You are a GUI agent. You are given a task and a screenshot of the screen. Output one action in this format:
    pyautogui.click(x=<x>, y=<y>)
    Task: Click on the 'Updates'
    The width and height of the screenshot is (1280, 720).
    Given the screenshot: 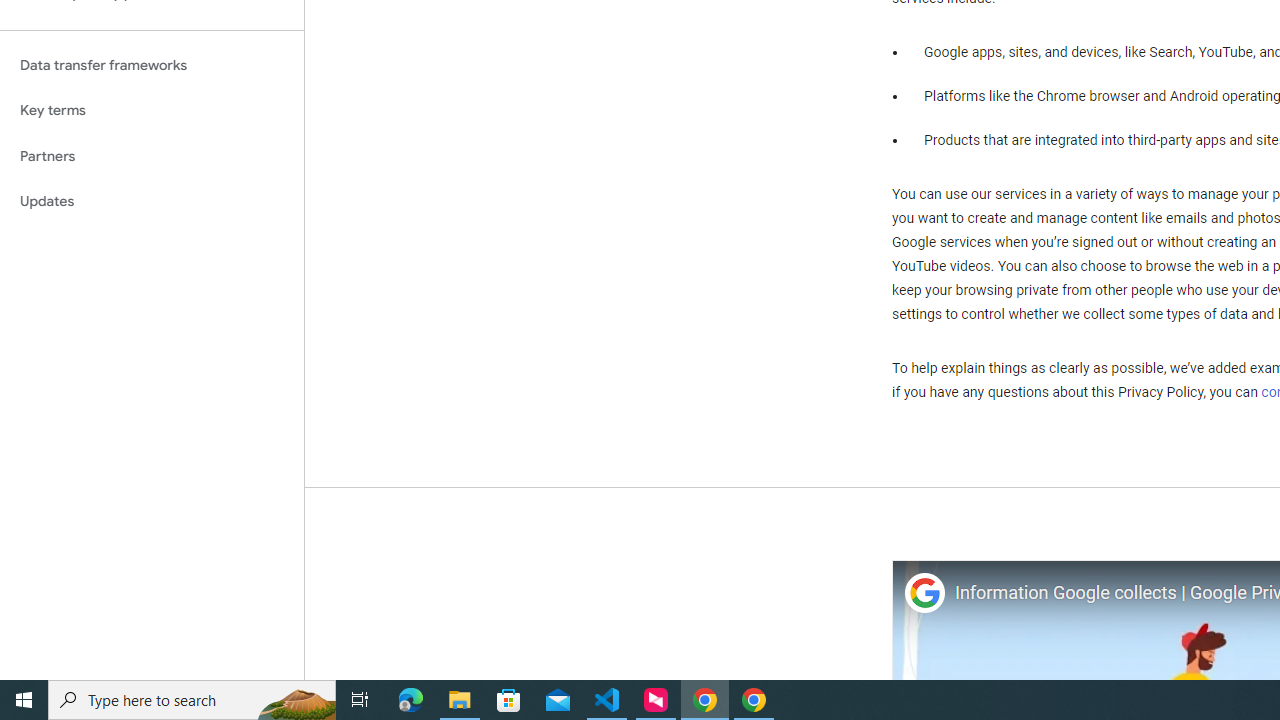 What is the action you would take?
    pyautogui.click(x=151, y=201)
    